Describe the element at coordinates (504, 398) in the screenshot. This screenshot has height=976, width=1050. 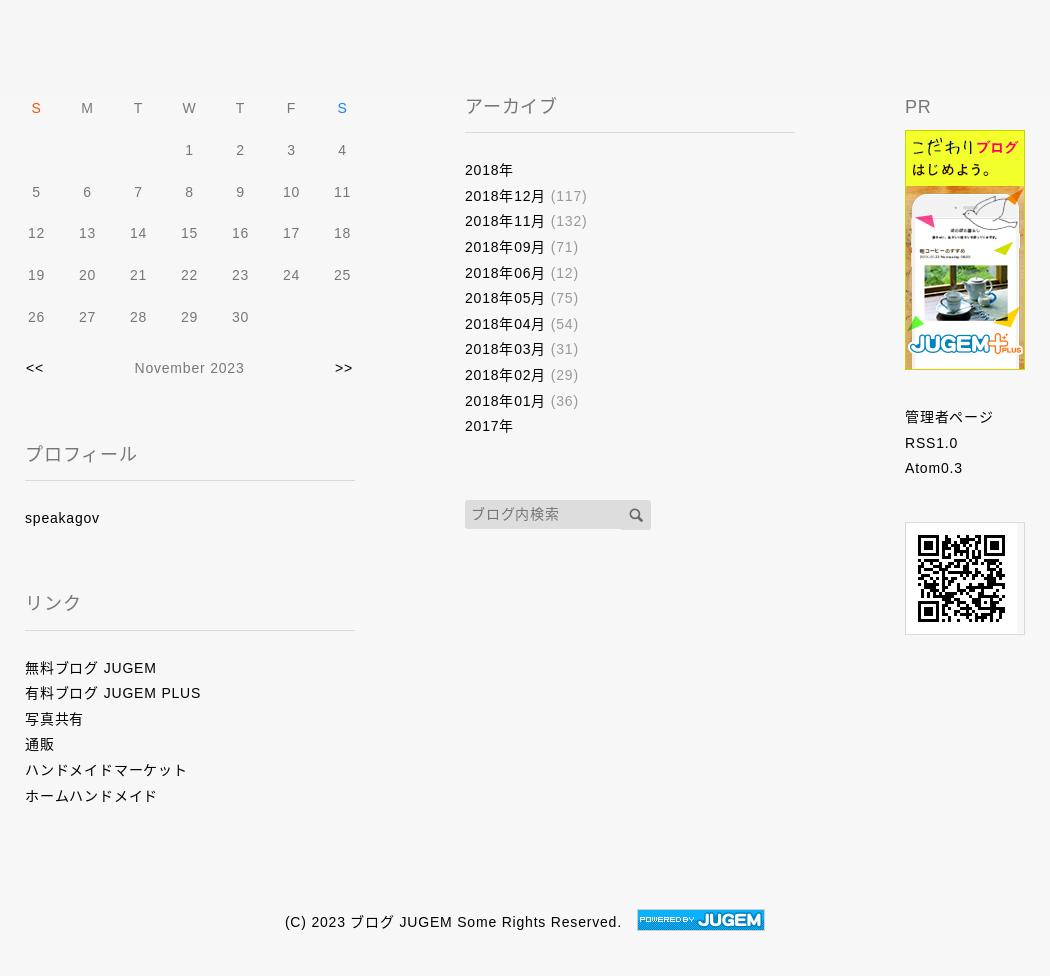
I see `'2018年01月'` at that location.